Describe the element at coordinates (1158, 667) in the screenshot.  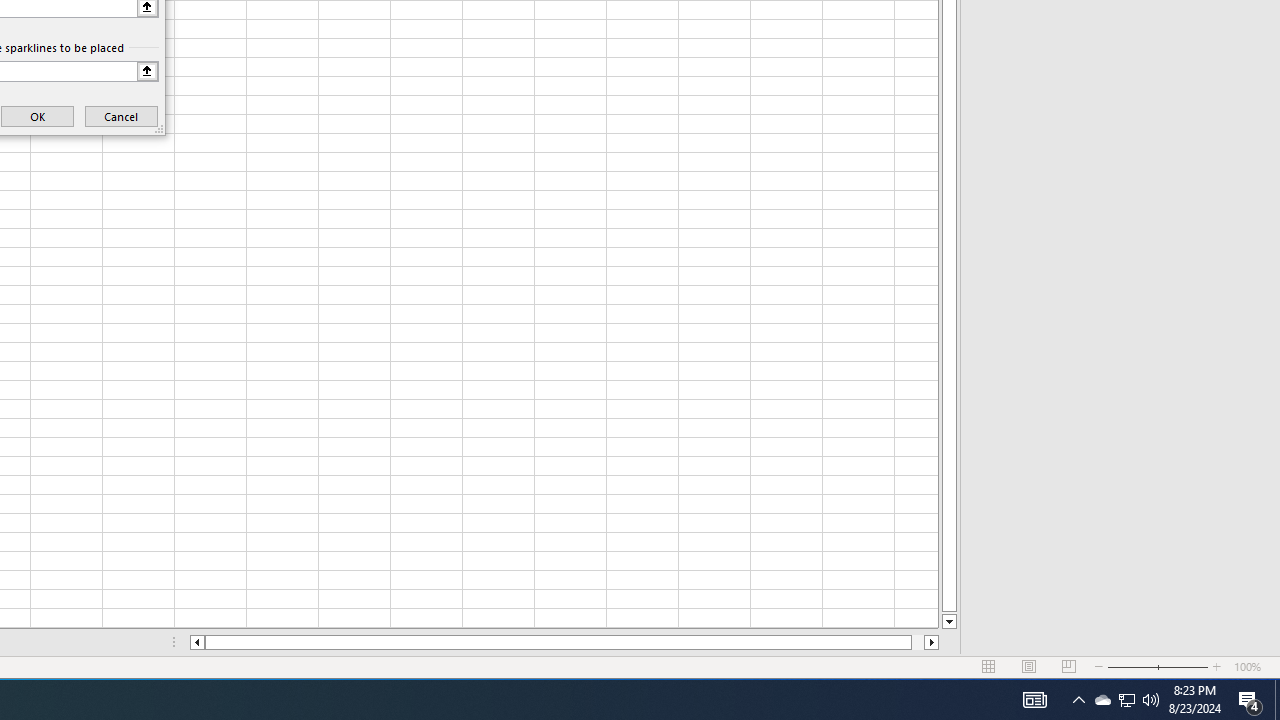
I see `'Zoom'` at that location.